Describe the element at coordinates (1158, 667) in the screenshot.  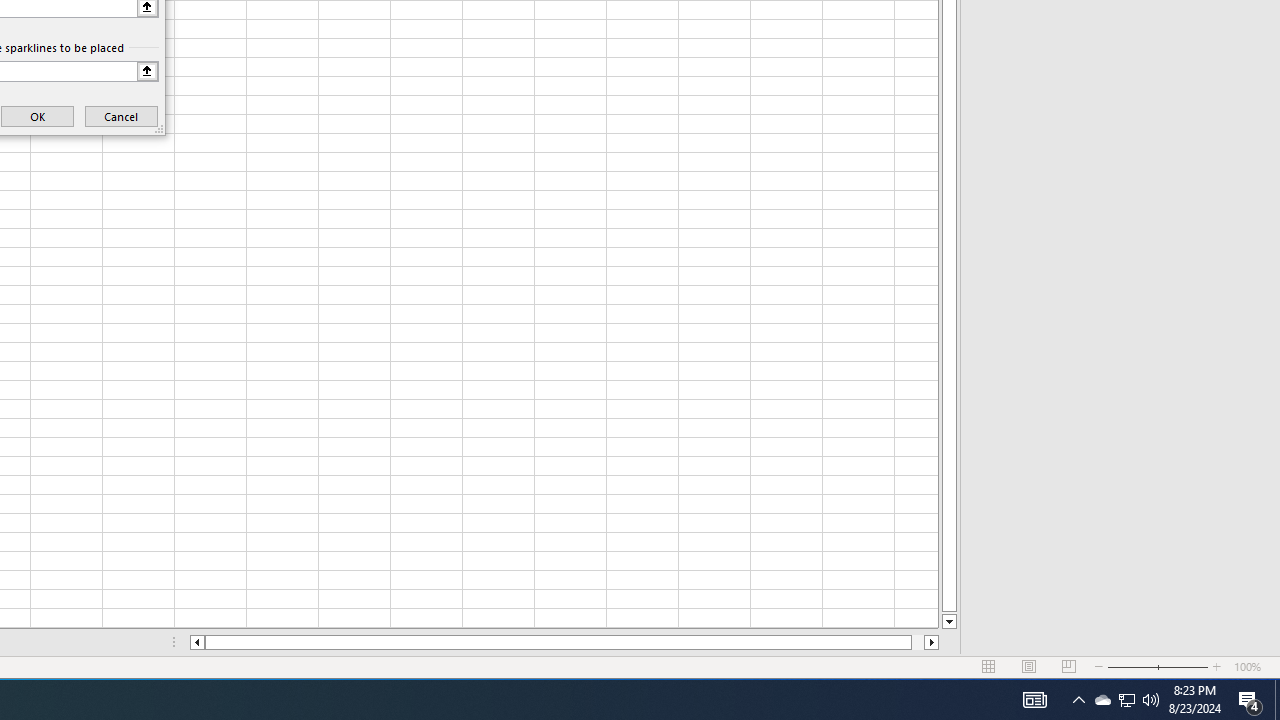
I see `'Zoom'` at that location.